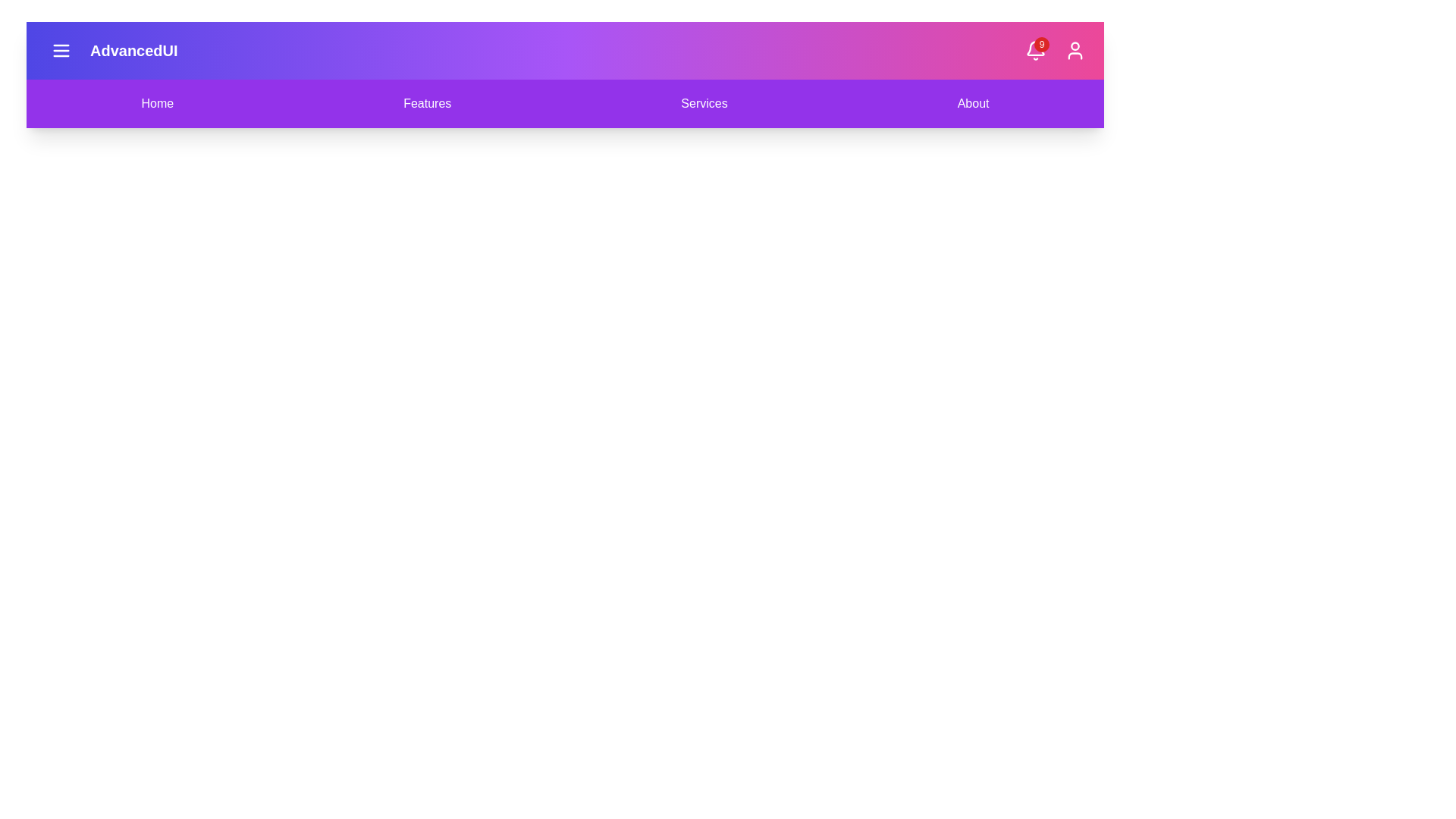 Image resolution: width=1456 pixels, height=819 pixels. Describe the element at coordinates (157, 103) in the screenshot. I see `the Home navigation menu item` at that location.